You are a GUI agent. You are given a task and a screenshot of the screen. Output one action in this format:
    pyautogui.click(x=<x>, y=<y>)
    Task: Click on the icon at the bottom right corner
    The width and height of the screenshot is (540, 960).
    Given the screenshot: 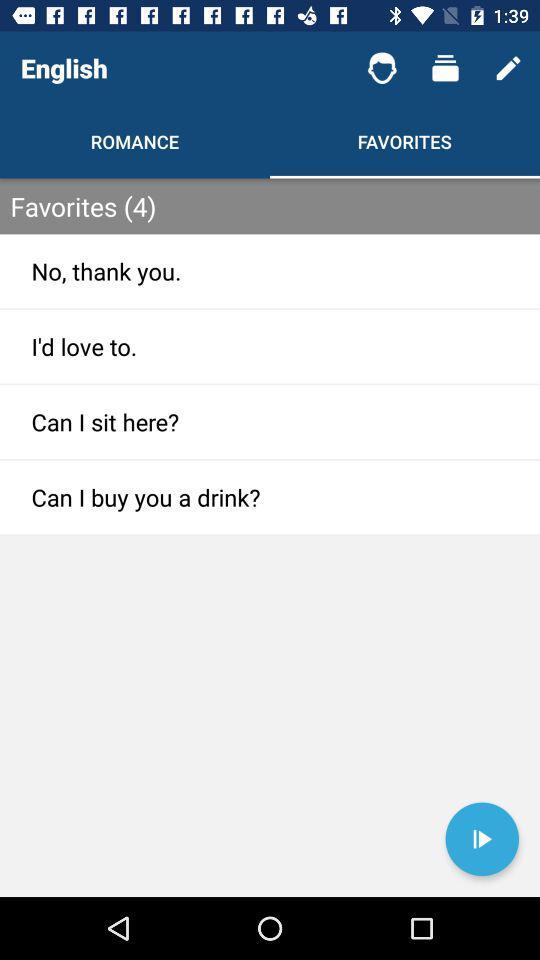 What is the action you would take?
    pyautogui.click(x=481, y=839)
    